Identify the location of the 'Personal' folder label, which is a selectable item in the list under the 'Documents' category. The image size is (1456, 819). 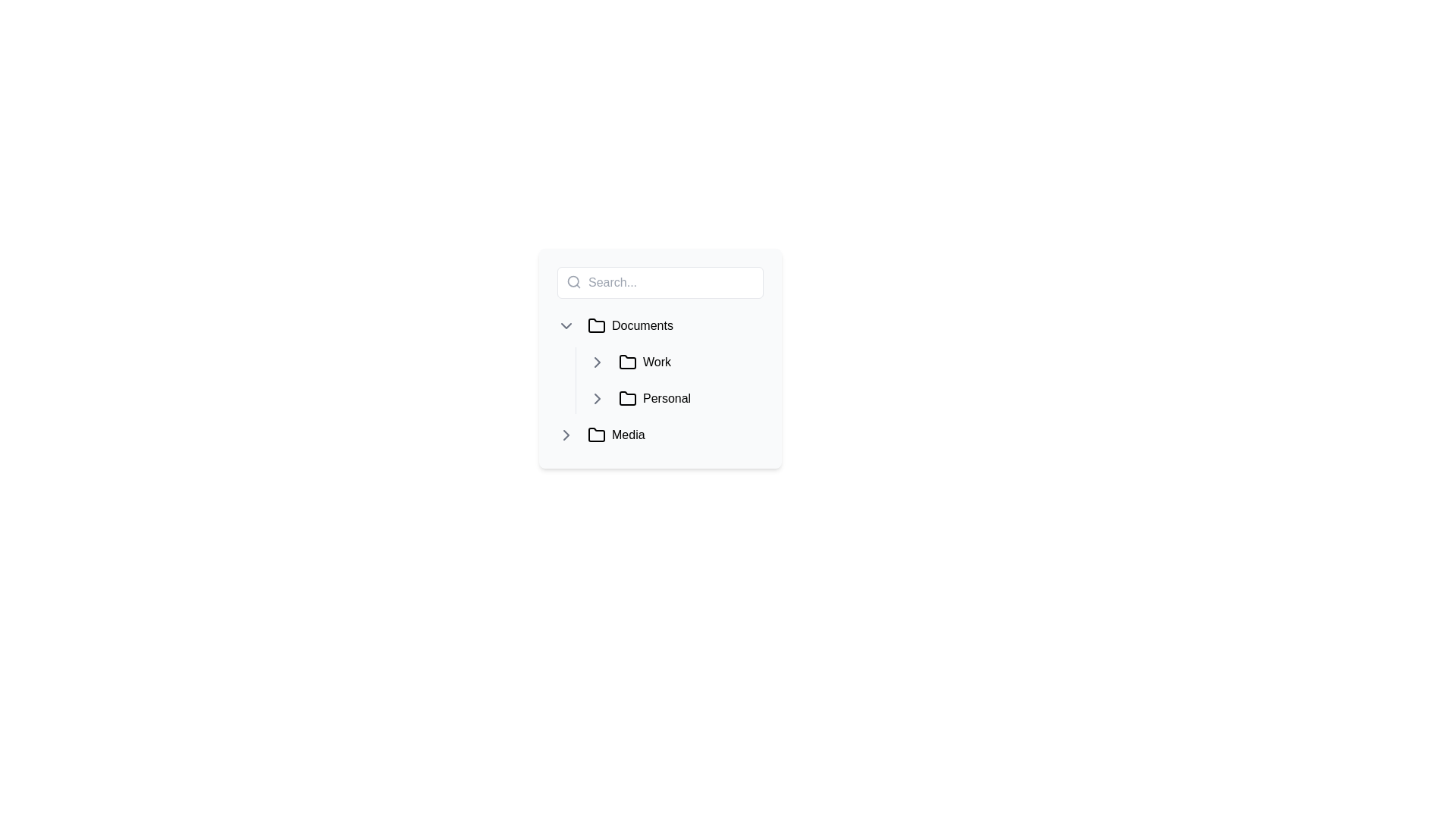
(667, 397).